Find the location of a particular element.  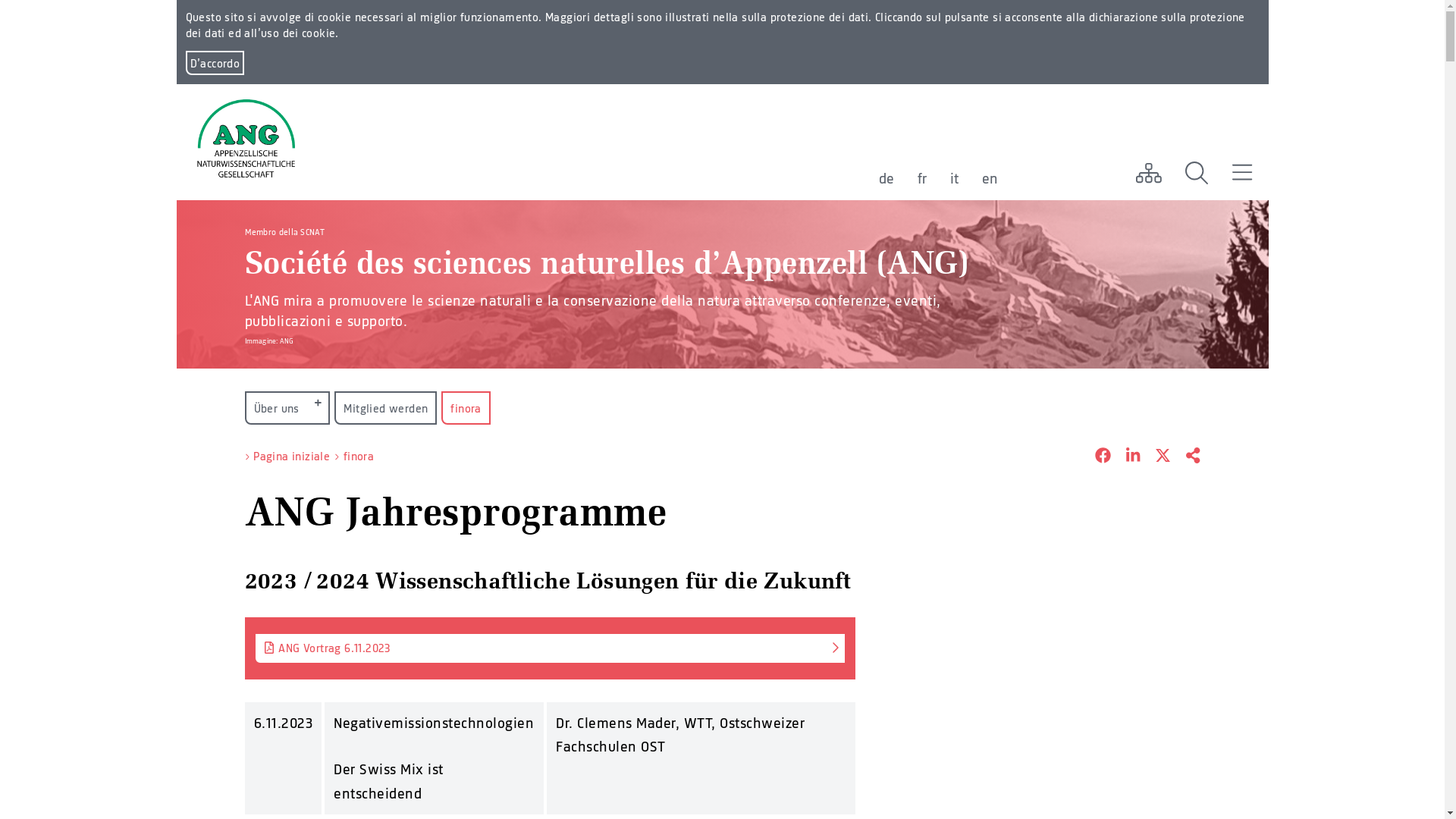

'en' is located at coordinates (981, 177).